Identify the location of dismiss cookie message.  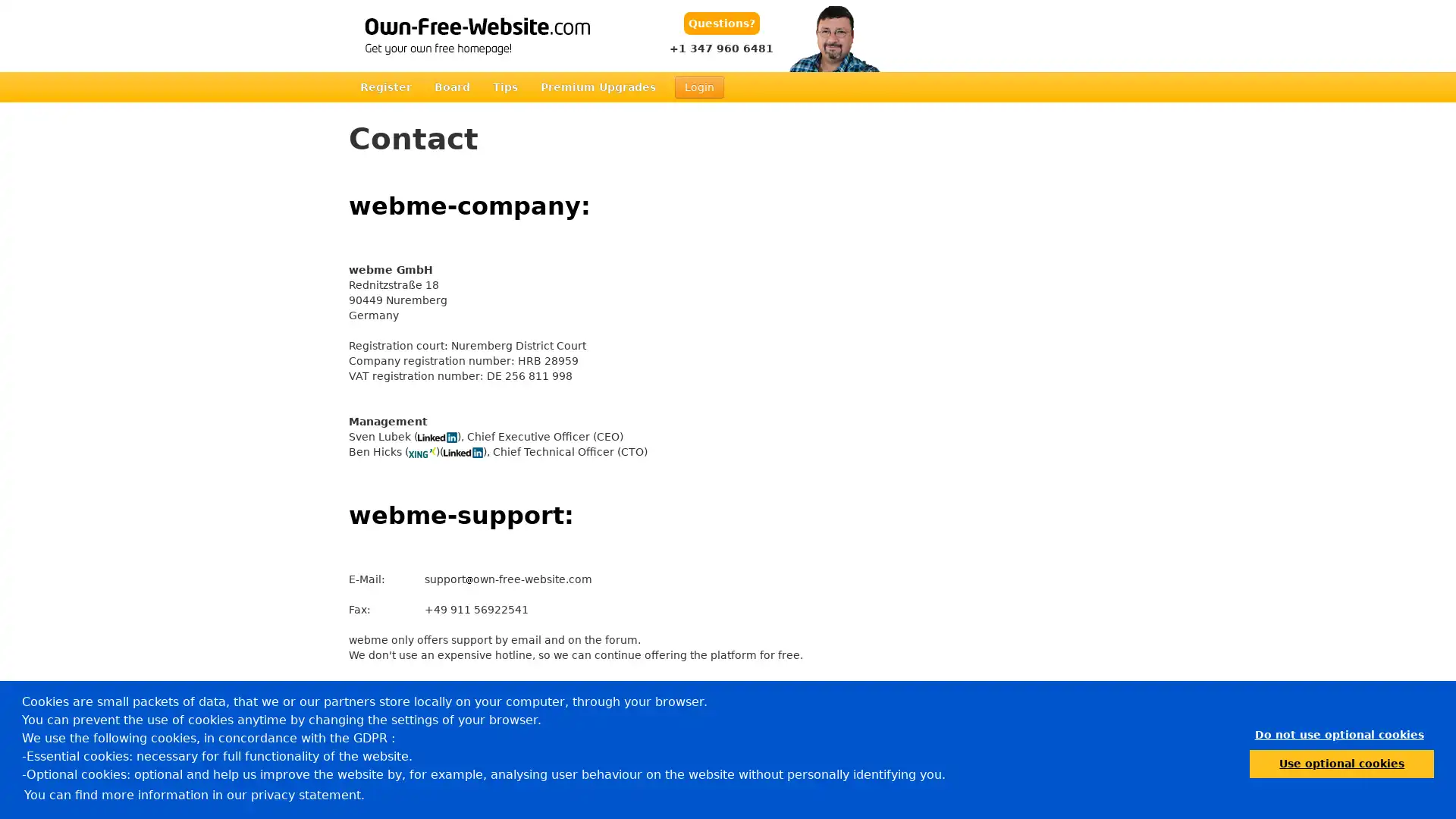
(1339, 734).